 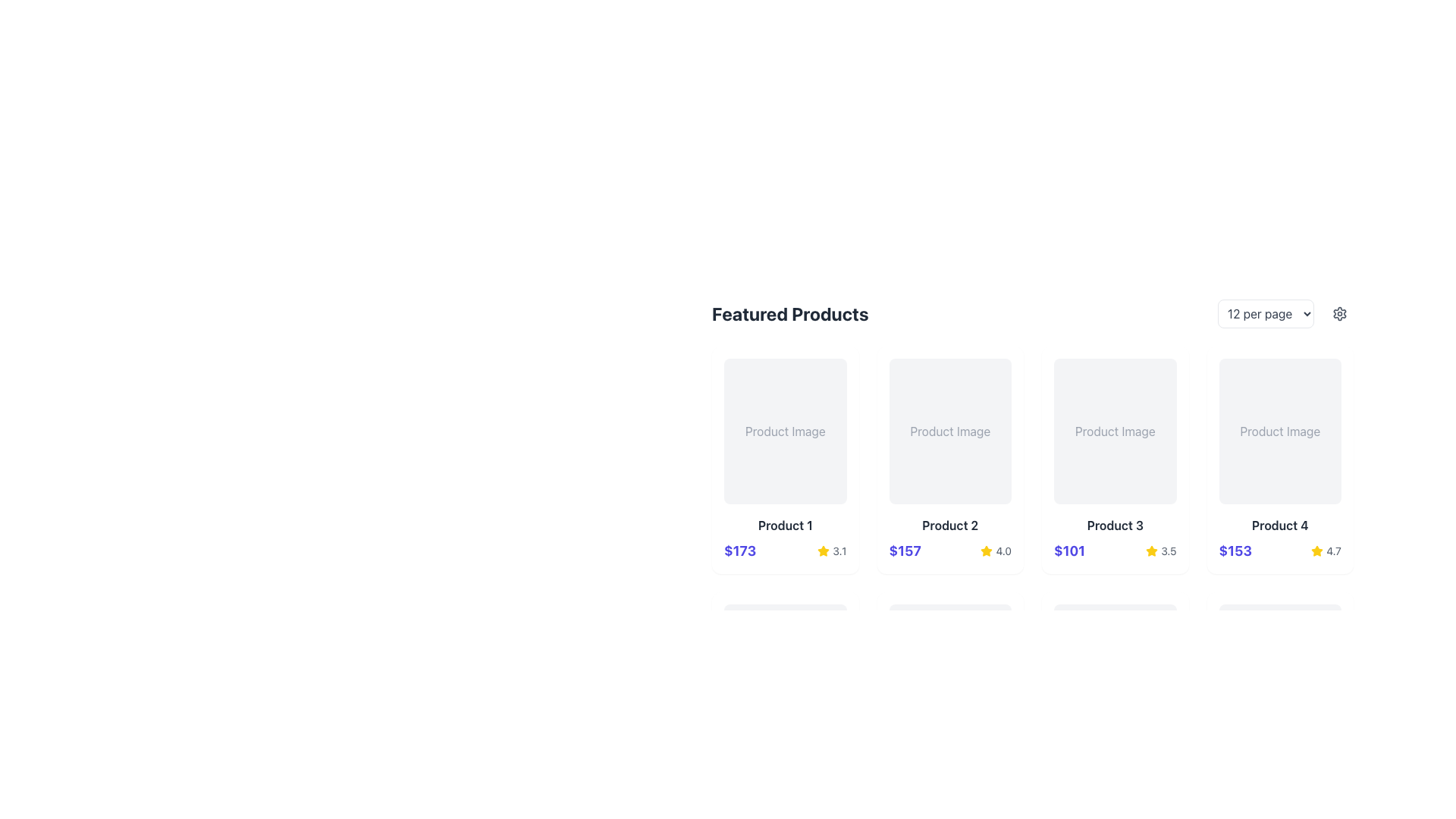 What do you see at coordinates (1339, 312) in the screenshot?
I see `the gear-shaped settings icon located in the top-right section of the interface` at bounding box center [1339, 312].